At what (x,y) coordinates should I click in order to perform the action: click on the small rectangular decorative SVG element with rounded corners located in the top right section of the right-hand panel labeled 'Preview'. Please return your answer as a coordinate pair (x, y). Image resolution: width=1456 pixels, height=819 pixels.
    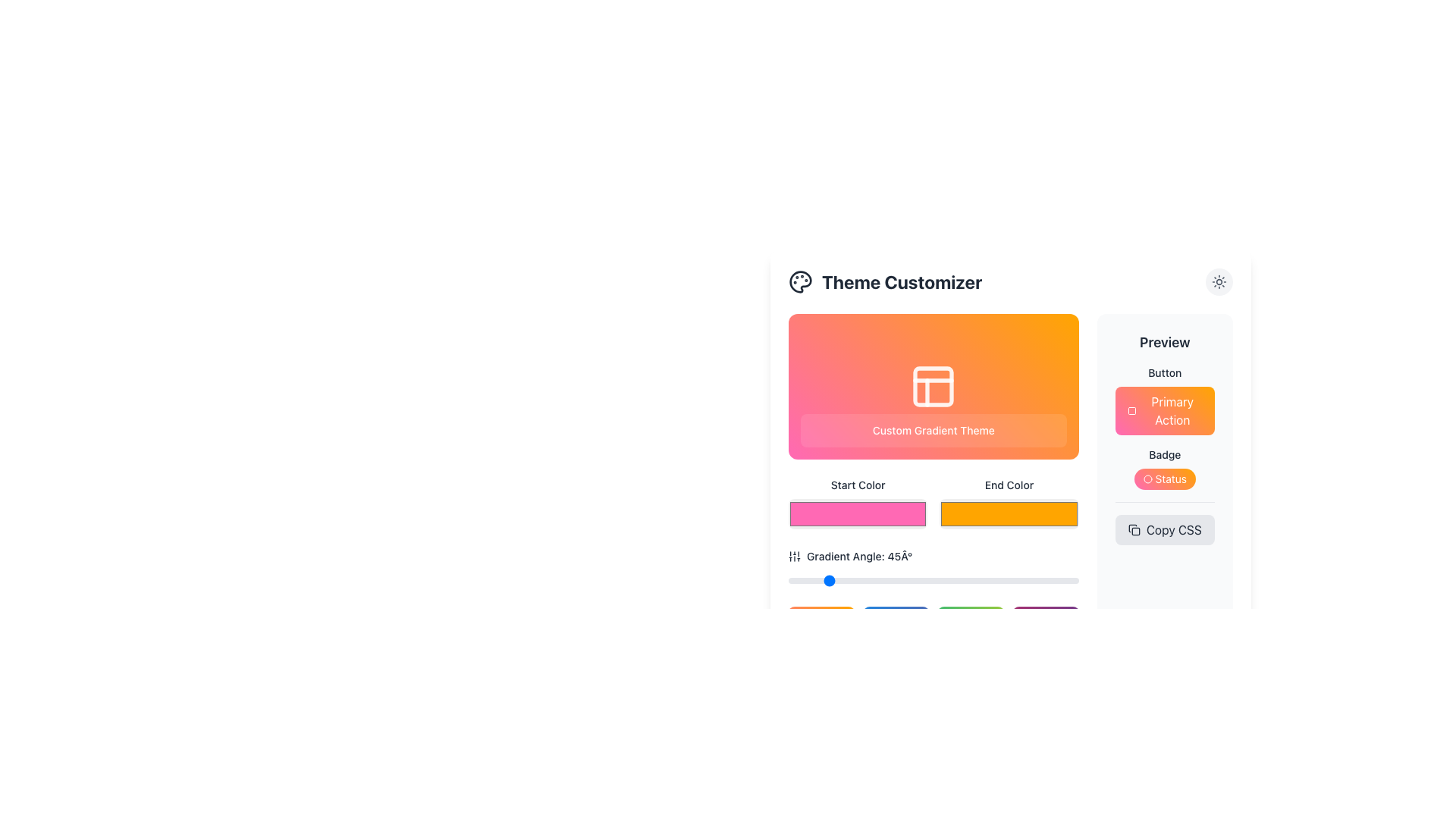
    Looking at the image, I should click on (1135, 531).